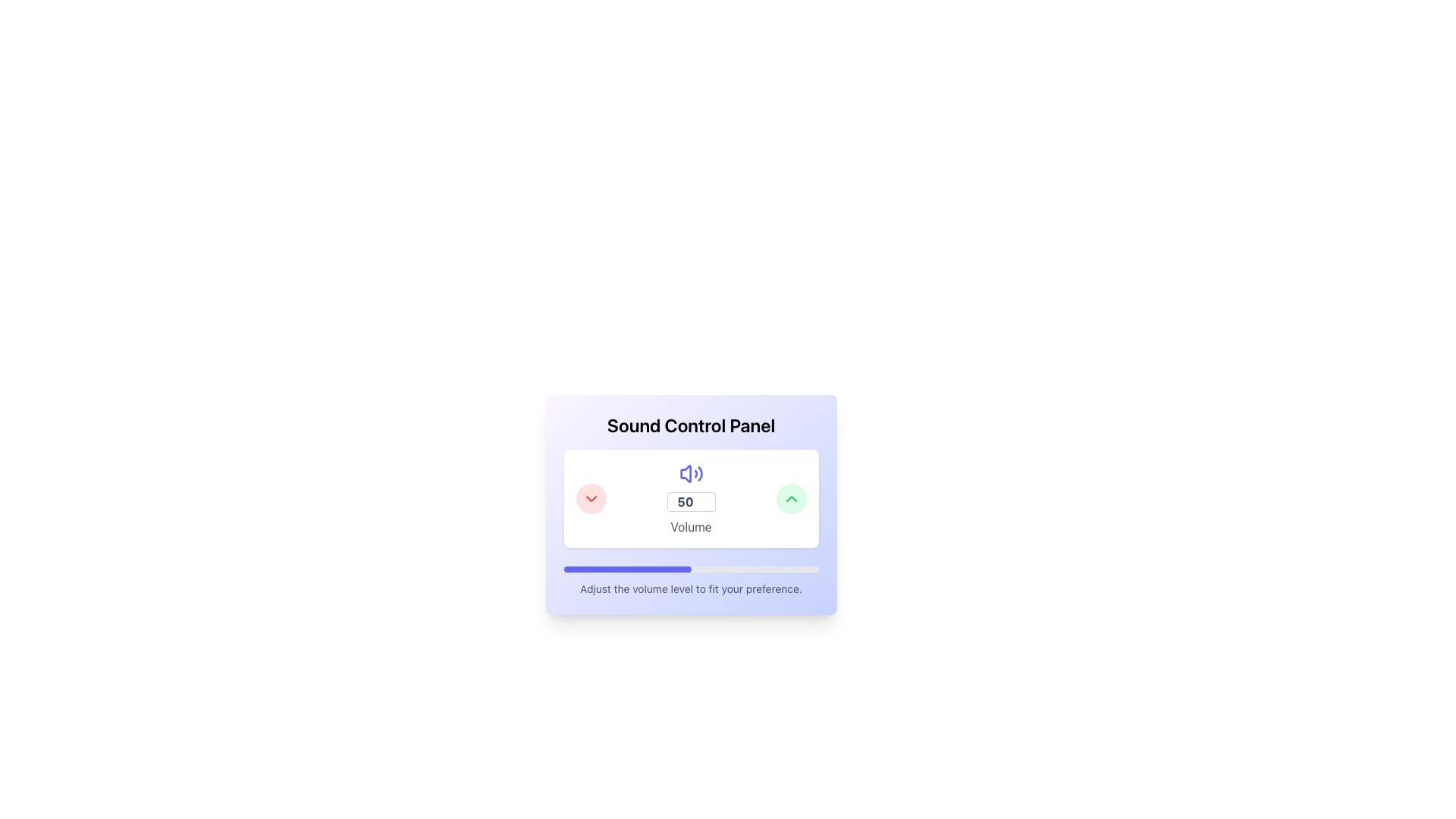 This screenshot has width=1456, height=819. I want to click on the volume, so click(625, 570).